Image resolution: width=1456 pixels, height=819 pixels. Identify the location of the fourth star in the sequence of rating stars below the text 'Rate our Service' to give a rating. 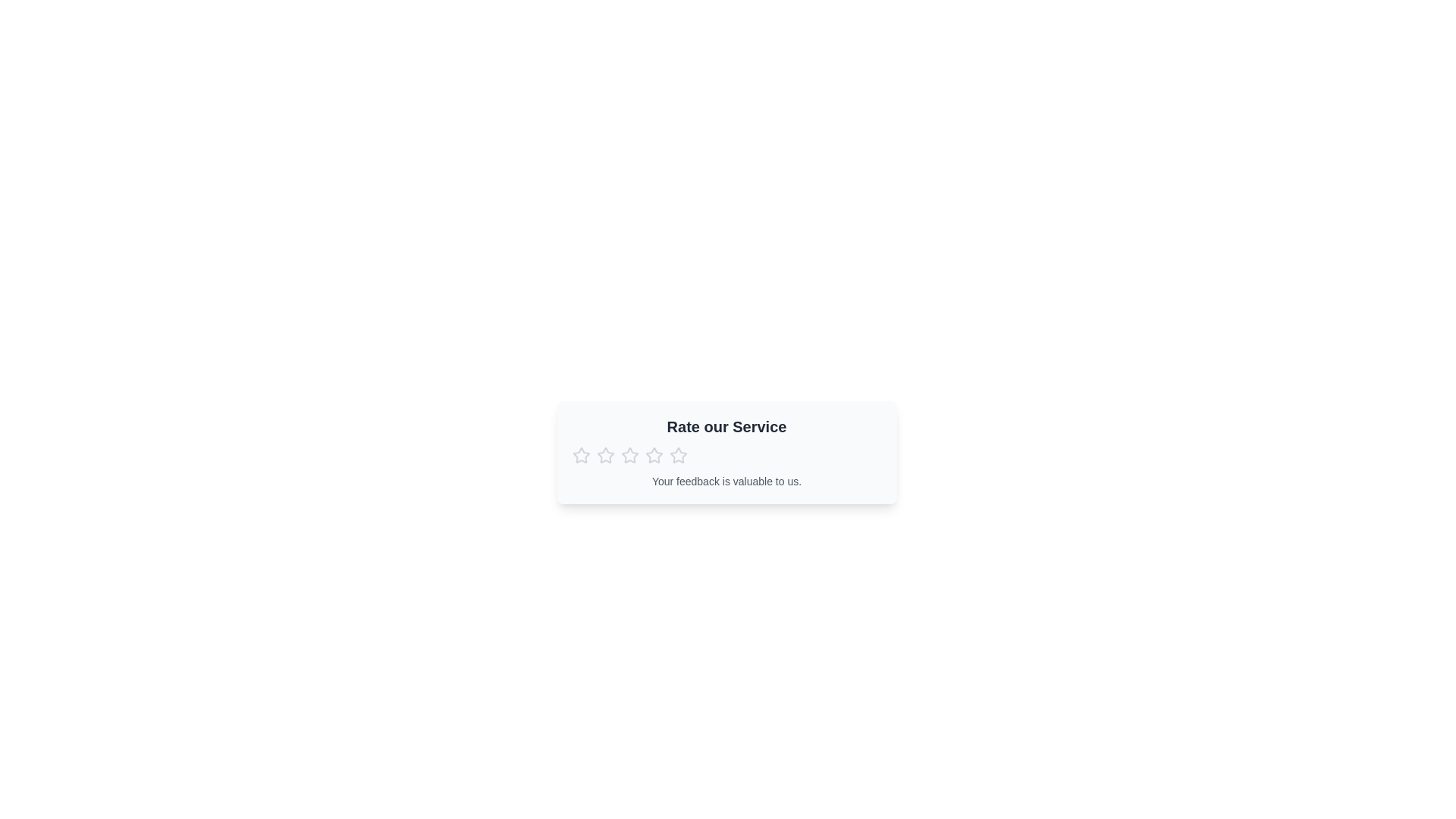
(677, 455).